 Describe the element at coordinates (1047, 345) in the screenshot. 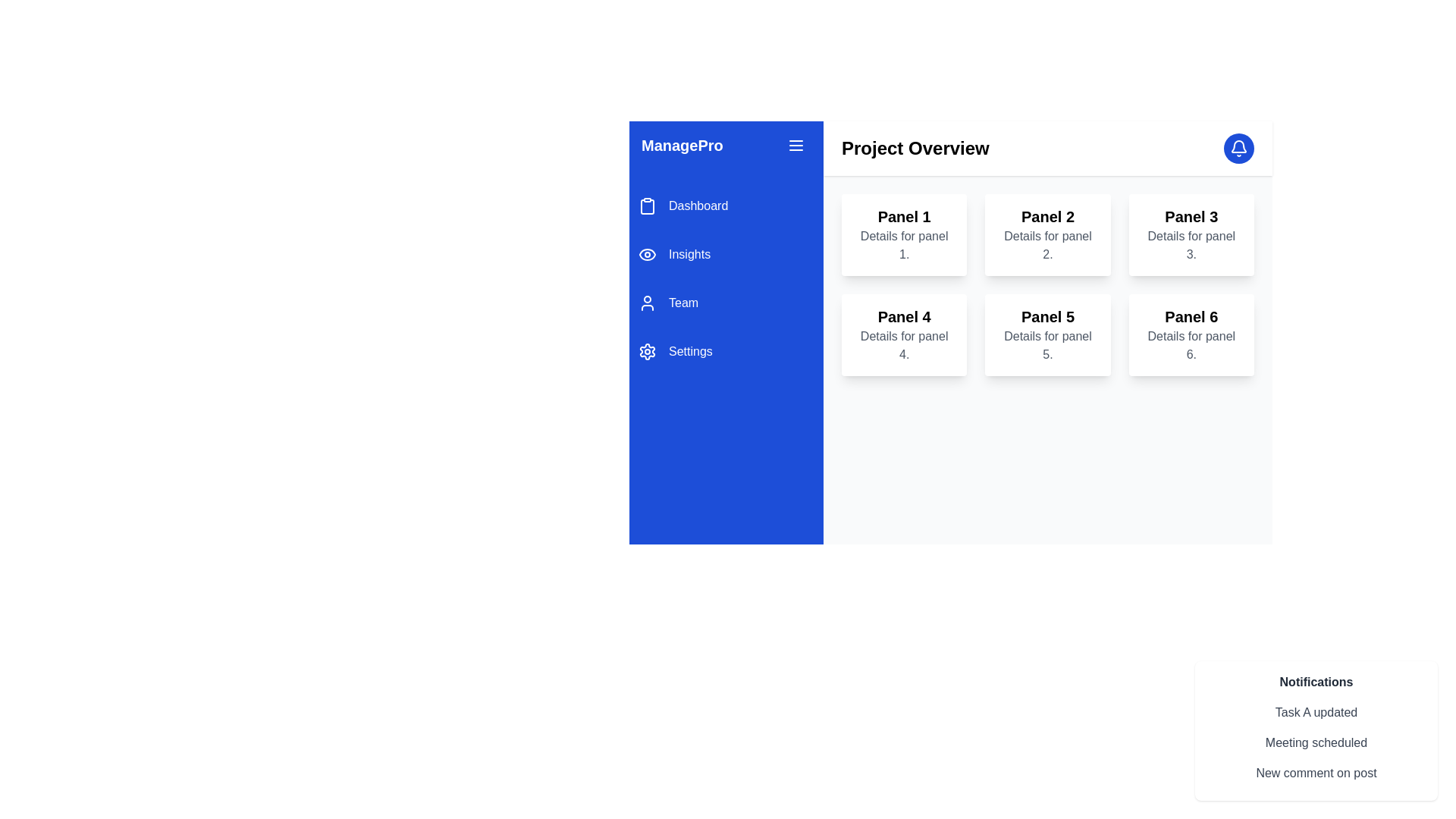

I see `the text label providing additional information about 'Panel 5' located beneath the heading 'Panel 5' in the 'Project Overview' section` at that location.